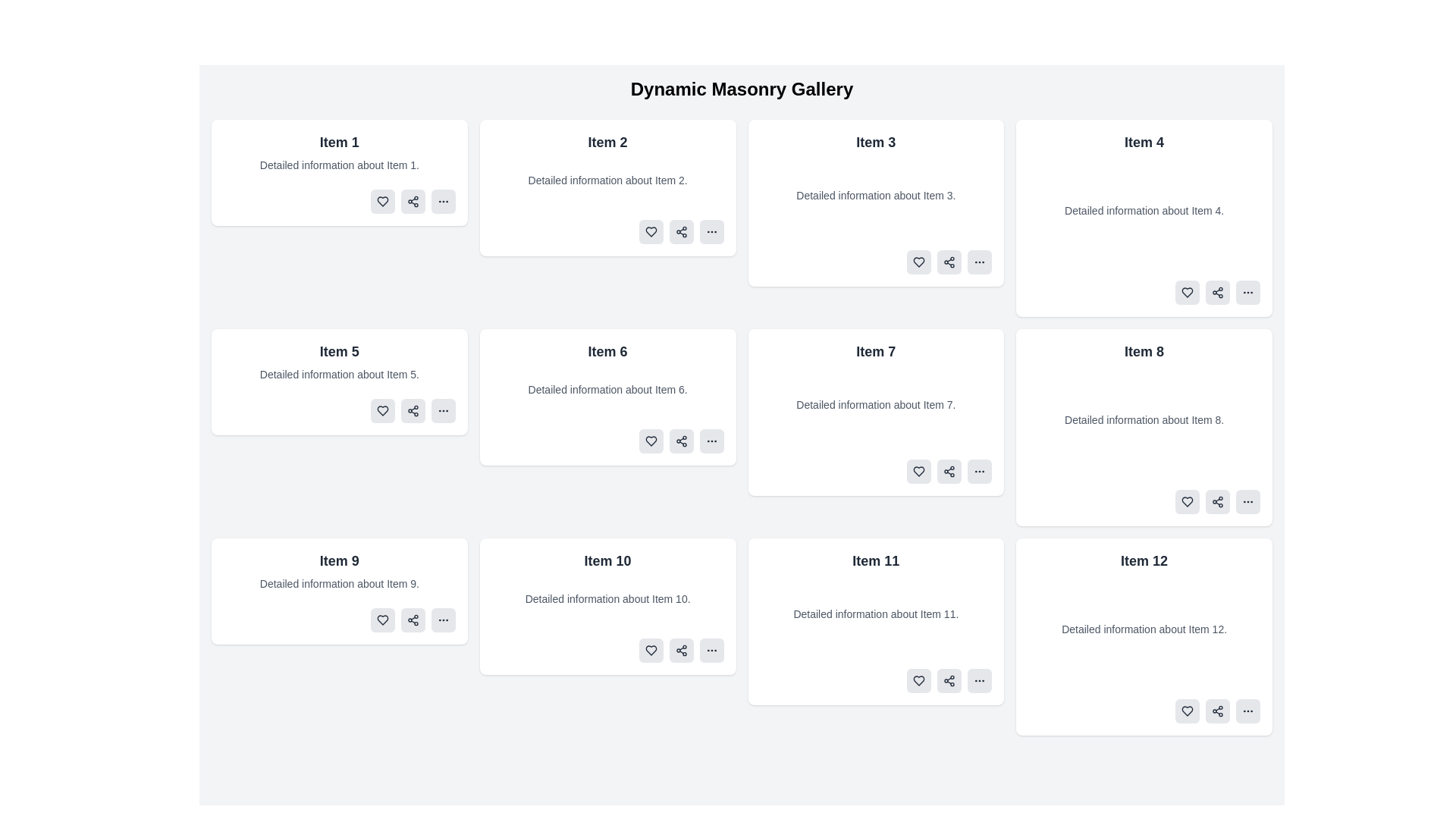  I want to click on the horizontal ellipsis menu icon located at the bottom-right corner of the 'Item 9' card, so click(442, 620).